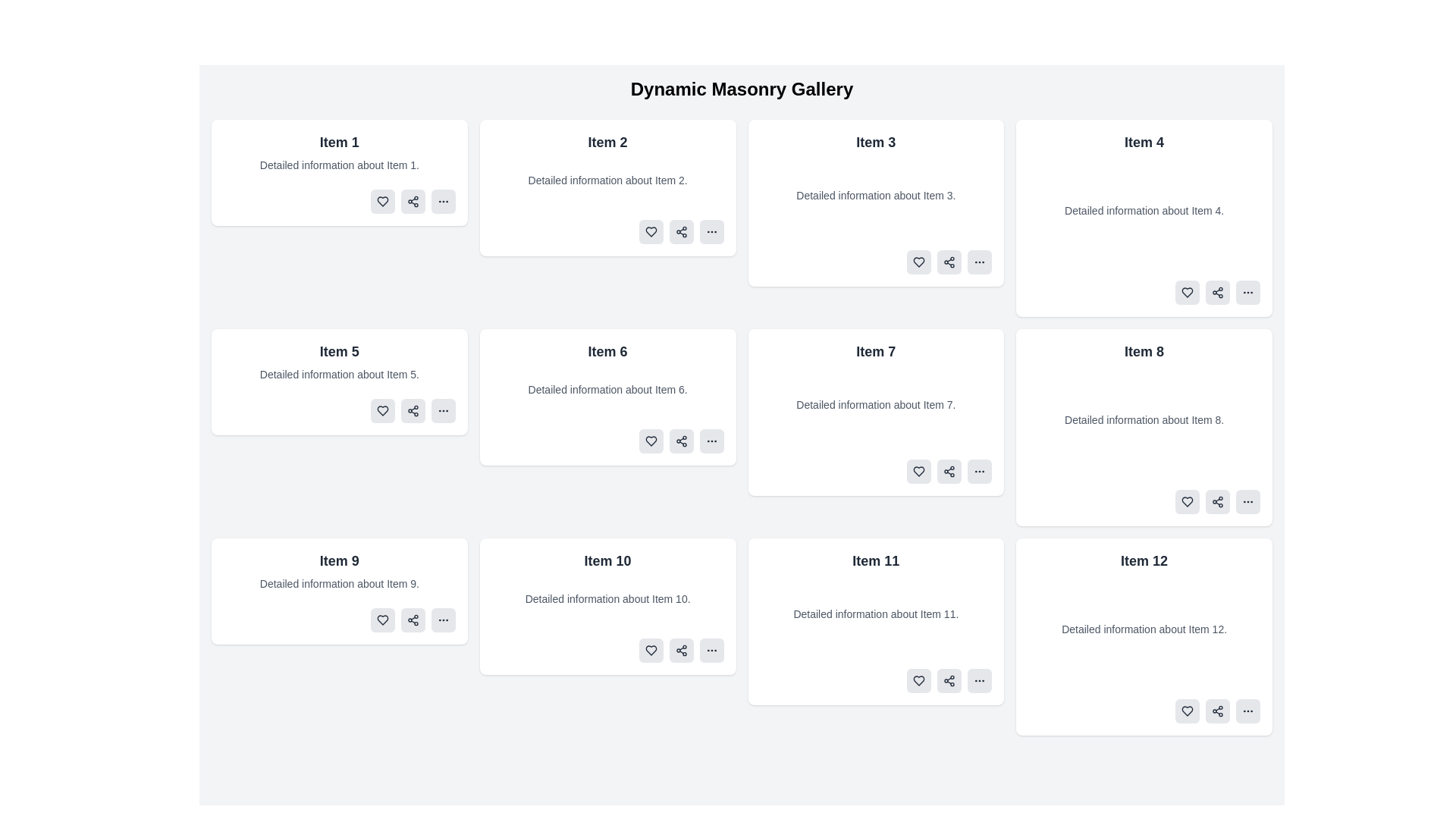  I want to click on the horizontal ellipsis menu icon located at the bottom-right corner of the 'Item 9' card, so click(442, 620).